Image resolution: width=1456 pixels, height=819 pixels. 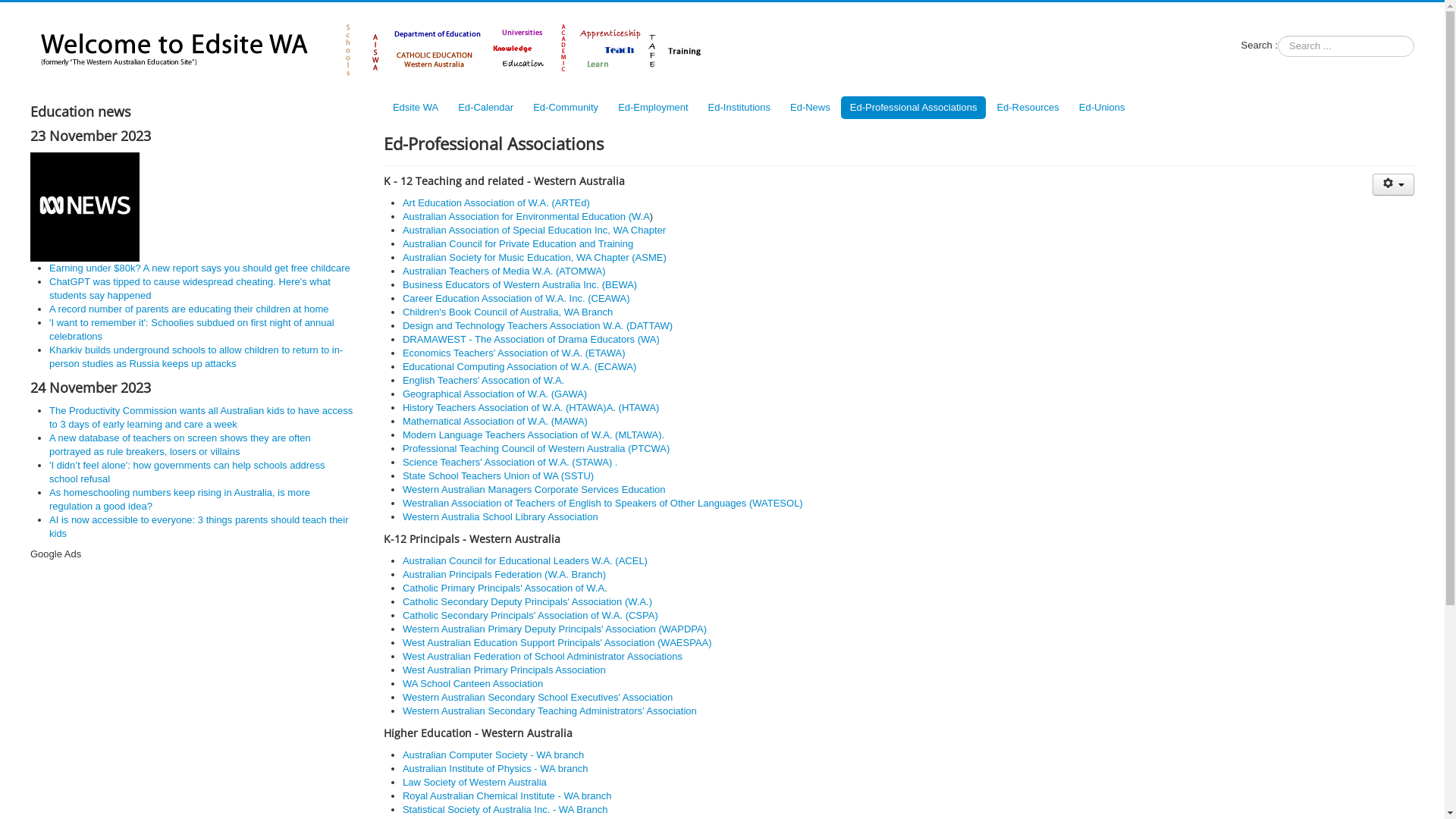 What do you see at coordinates (531, 338) in the screenshot?
I see `'DRAMAWEST - The Association of Drama Educators (WA)'` at bounding box center [531, 338].